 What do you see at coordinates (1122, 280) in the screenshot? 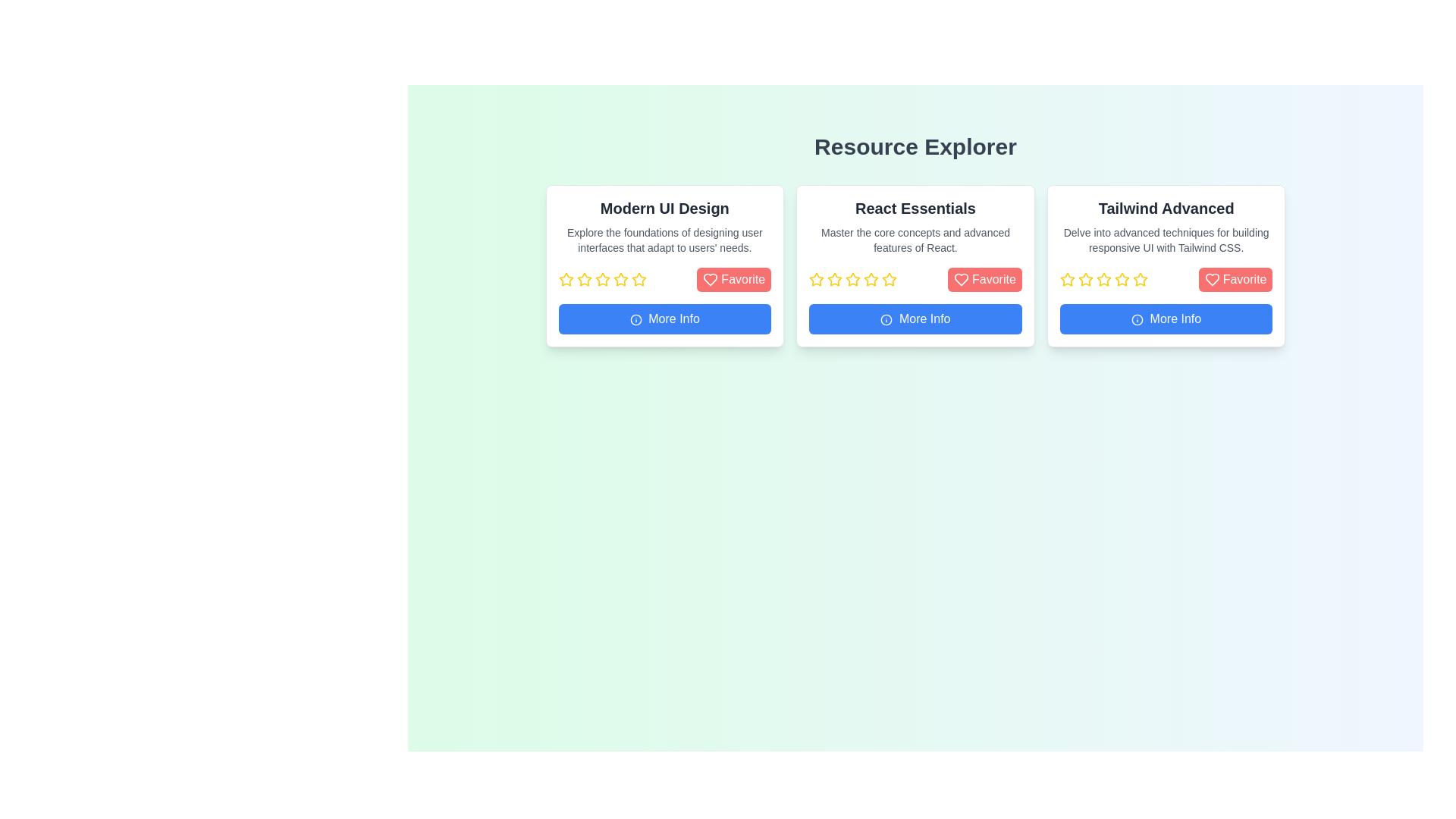
I see `the fifth star icon in the horizontal row of six stars, which is yellow and outlined, located in the 'Tailwind Advanced' section` at bounding box center [1122, 280].